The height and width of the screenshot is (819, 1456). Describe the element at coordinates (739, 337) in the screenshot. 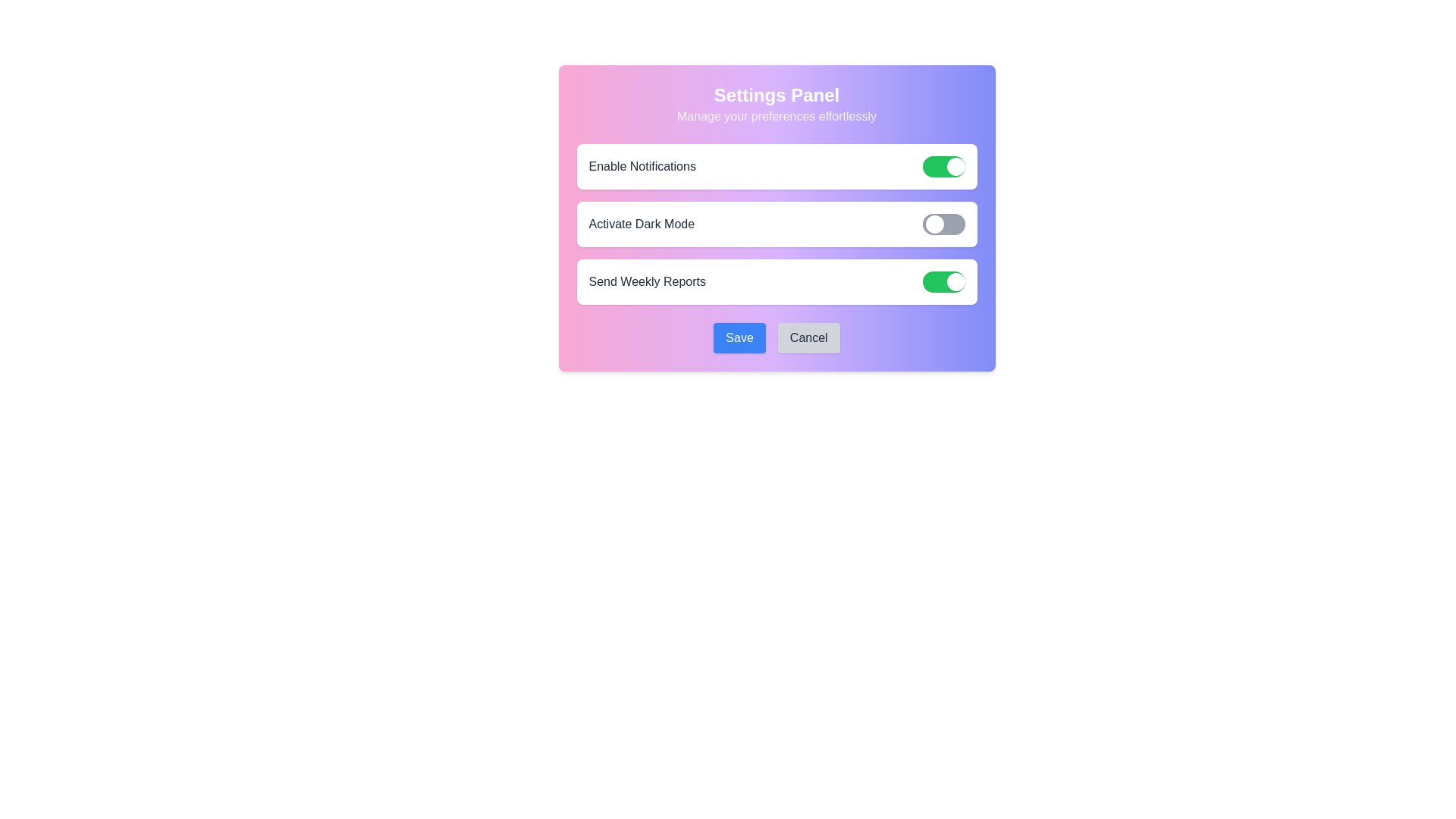

I see `the 'Save' button to apply changes` at that location.